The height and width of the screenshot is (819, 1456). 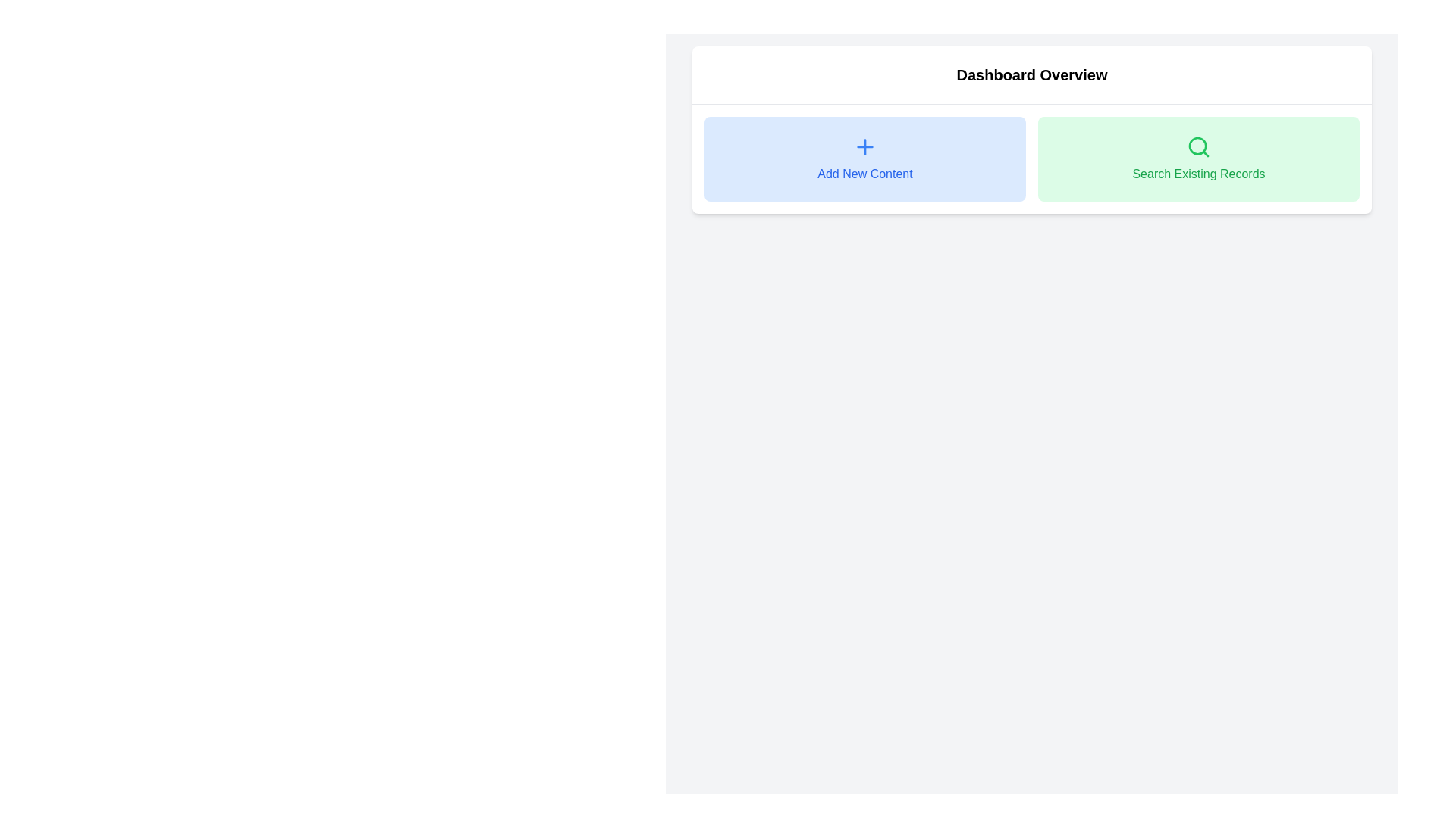 What do you see at coordinates (1197, 146) in the screenshot?
I see `the decorative circle element within the search icon, which visually indicates the search functionality` at bounding box center [1197, 146].